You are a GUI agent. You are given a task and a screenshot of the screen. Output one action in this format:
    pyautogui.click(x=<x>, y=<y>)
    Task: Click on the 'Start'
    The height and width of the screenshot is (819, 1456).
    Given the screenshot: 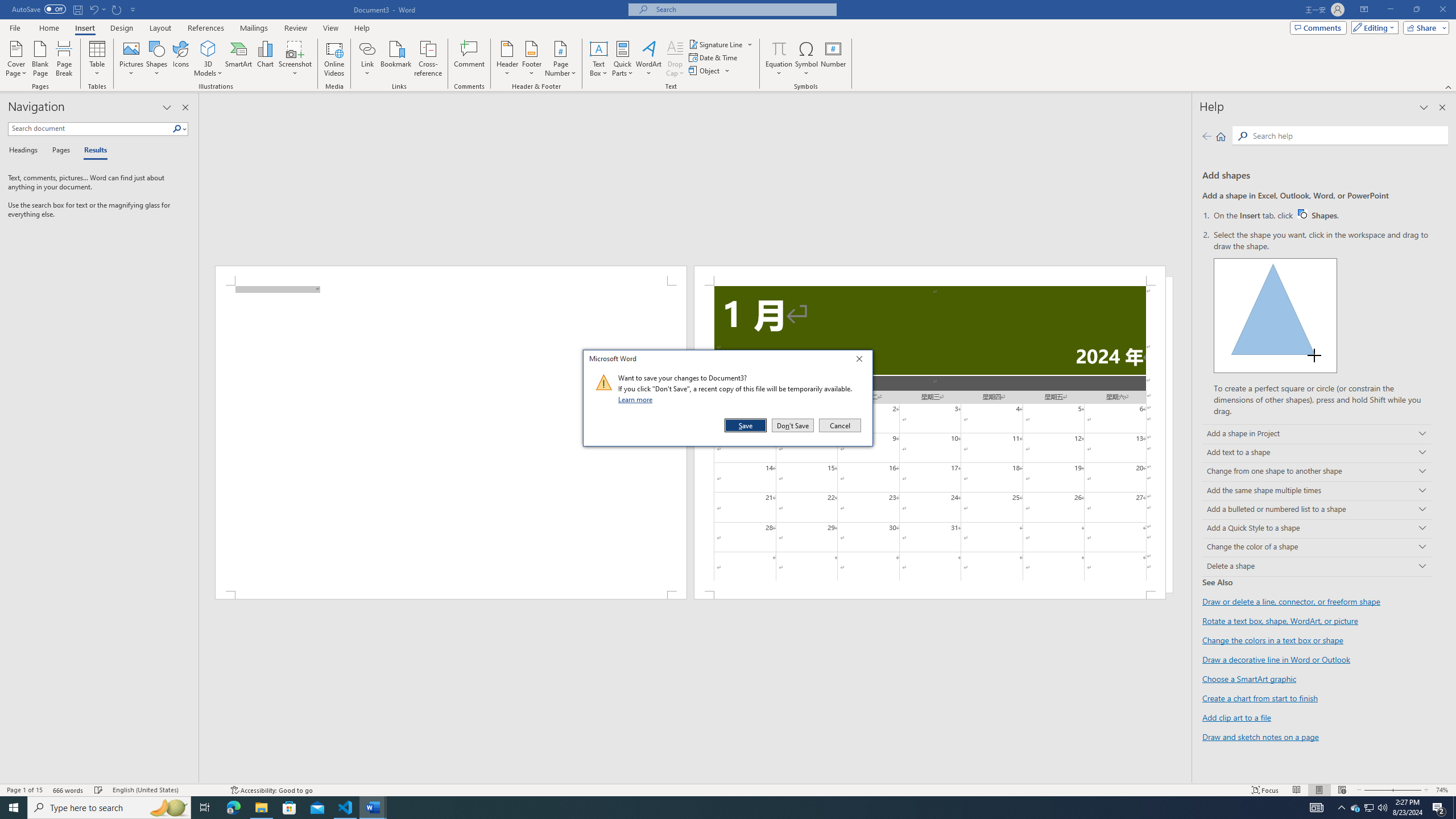 What is the action you would take?
    pyautogui.click(x=14, y=806)
    